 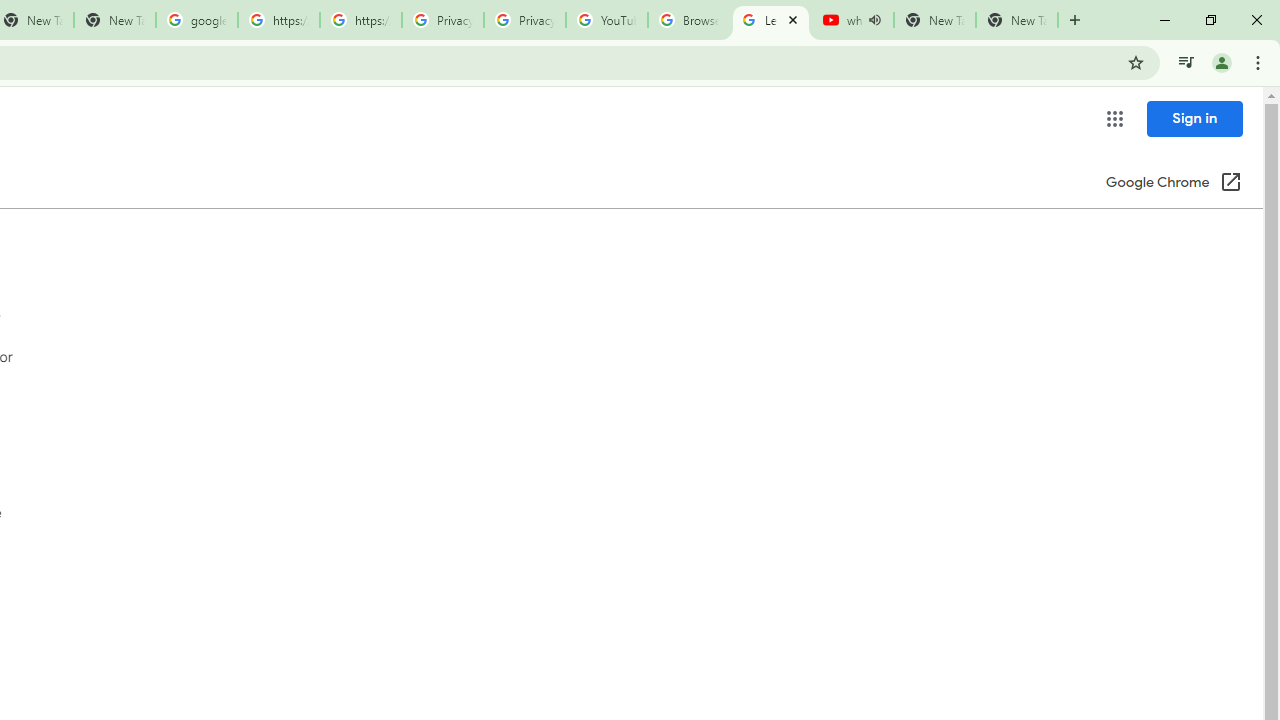 What do you see at coordinates (688, 20) in the screenshot?
I see `'Browse Chrome as a guest - Computer - Google Chrome Help'` at bounding box center [688, 20].